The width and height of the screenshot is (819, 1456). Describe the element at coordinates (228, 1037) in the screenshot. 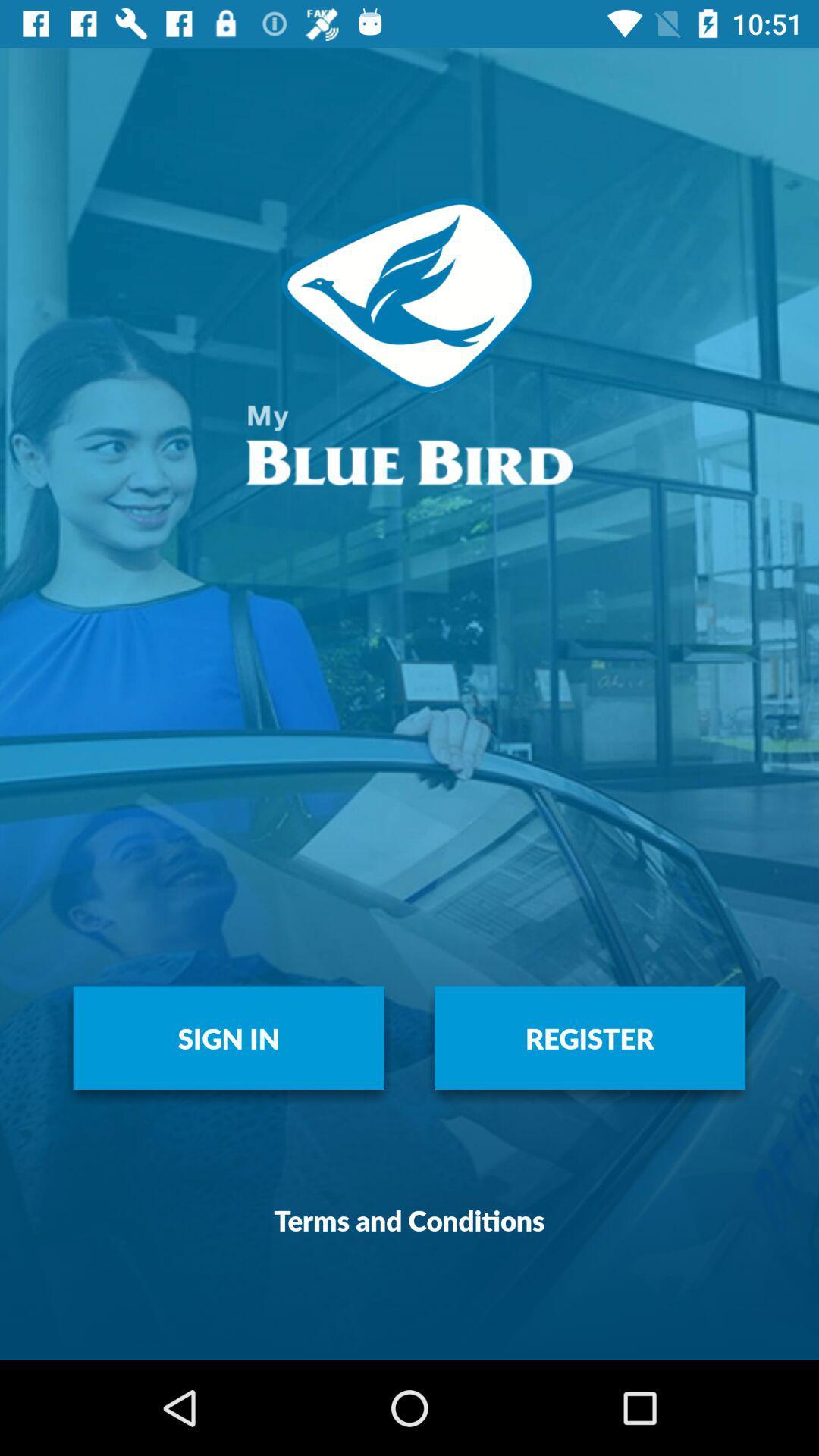

I see `icon next to register item` at that location.